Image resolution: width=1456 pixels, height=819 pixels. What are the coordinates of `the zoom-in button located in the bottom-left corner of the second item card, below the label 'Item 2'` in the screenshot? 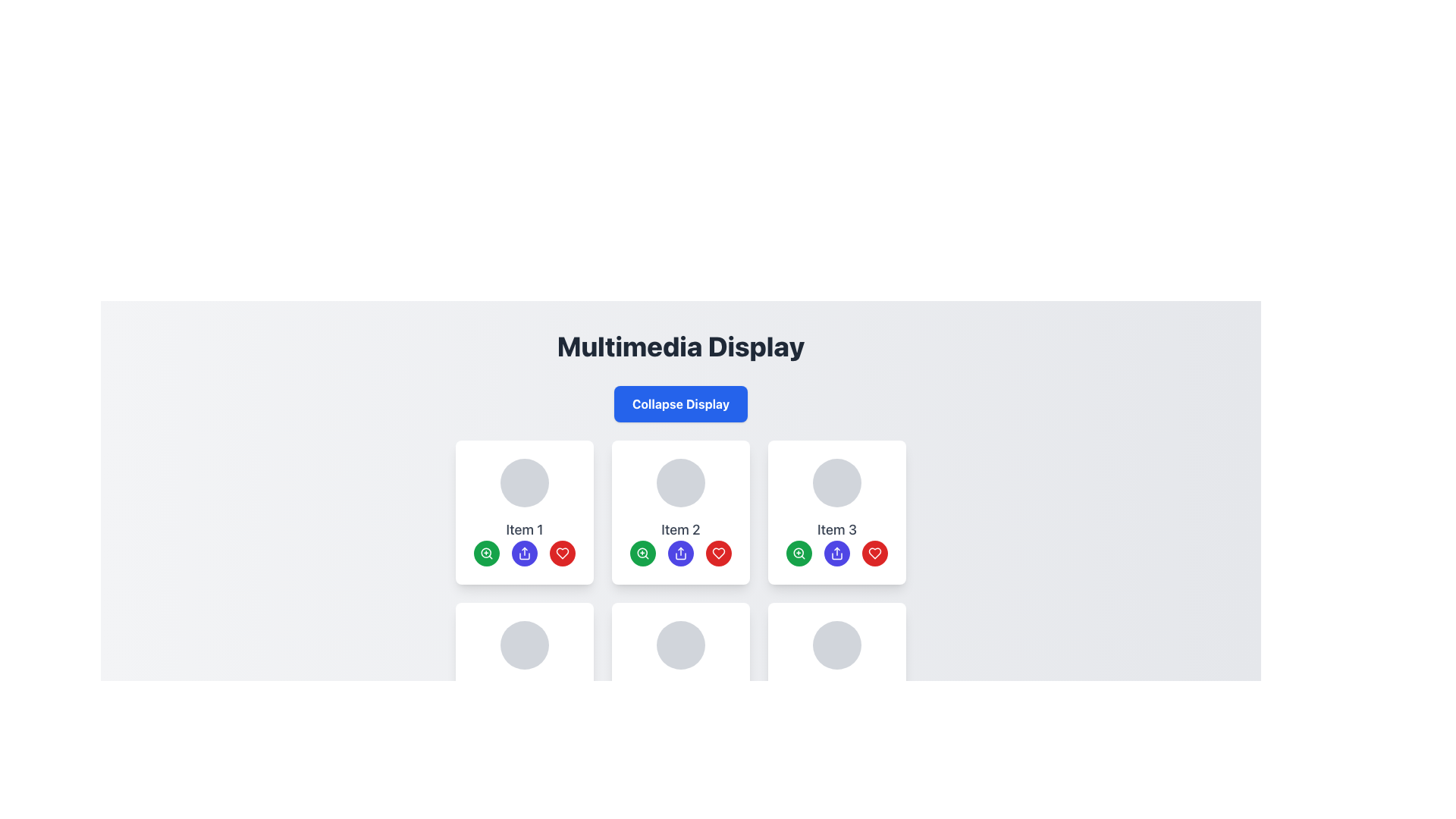 It's located at (643, 553).